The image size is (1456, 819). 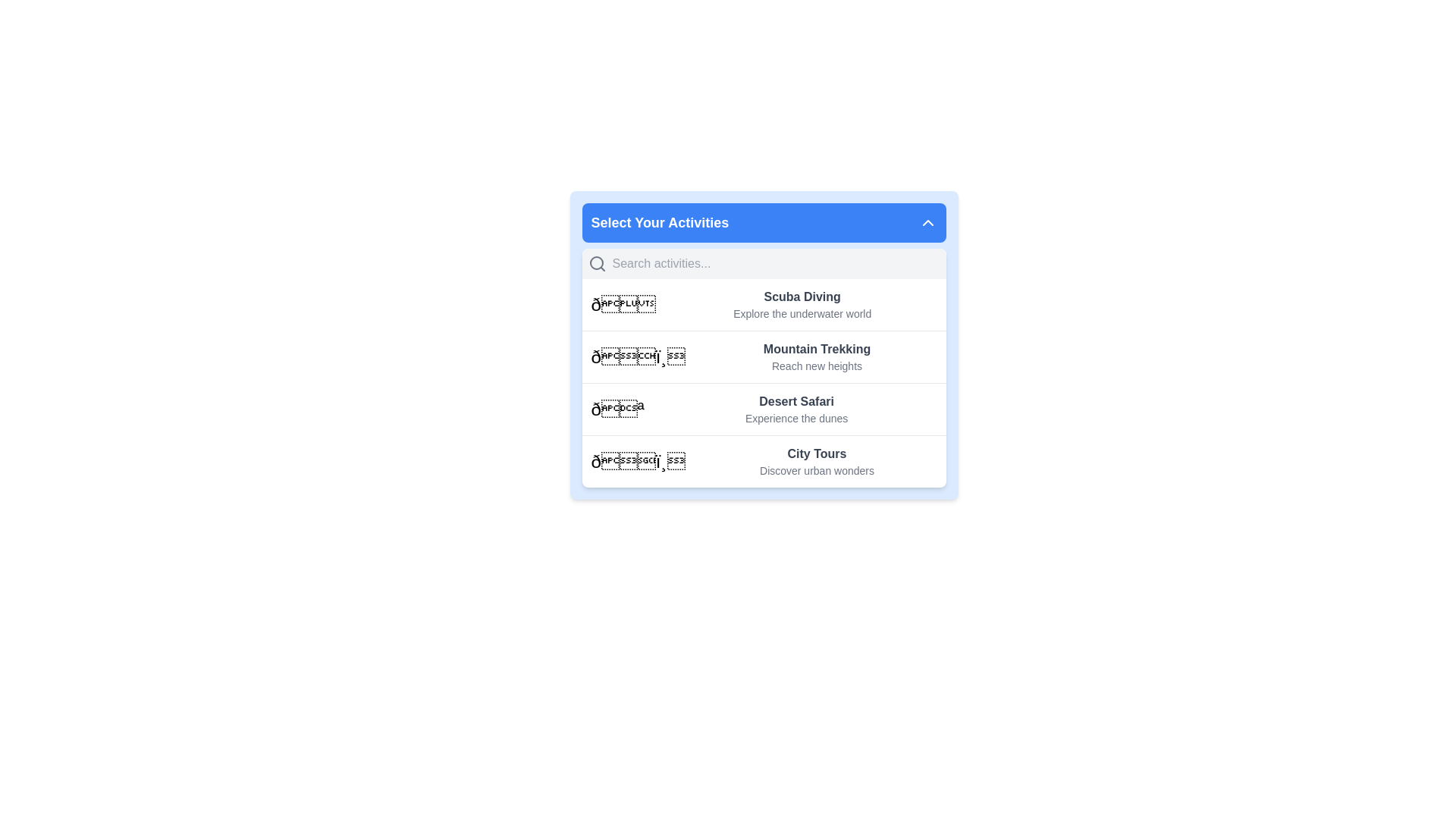 What do you see at coordinates (815, 461) in the screenshot?
I see `the list item titled 'City Tours'` at bounding box center [815, 461].